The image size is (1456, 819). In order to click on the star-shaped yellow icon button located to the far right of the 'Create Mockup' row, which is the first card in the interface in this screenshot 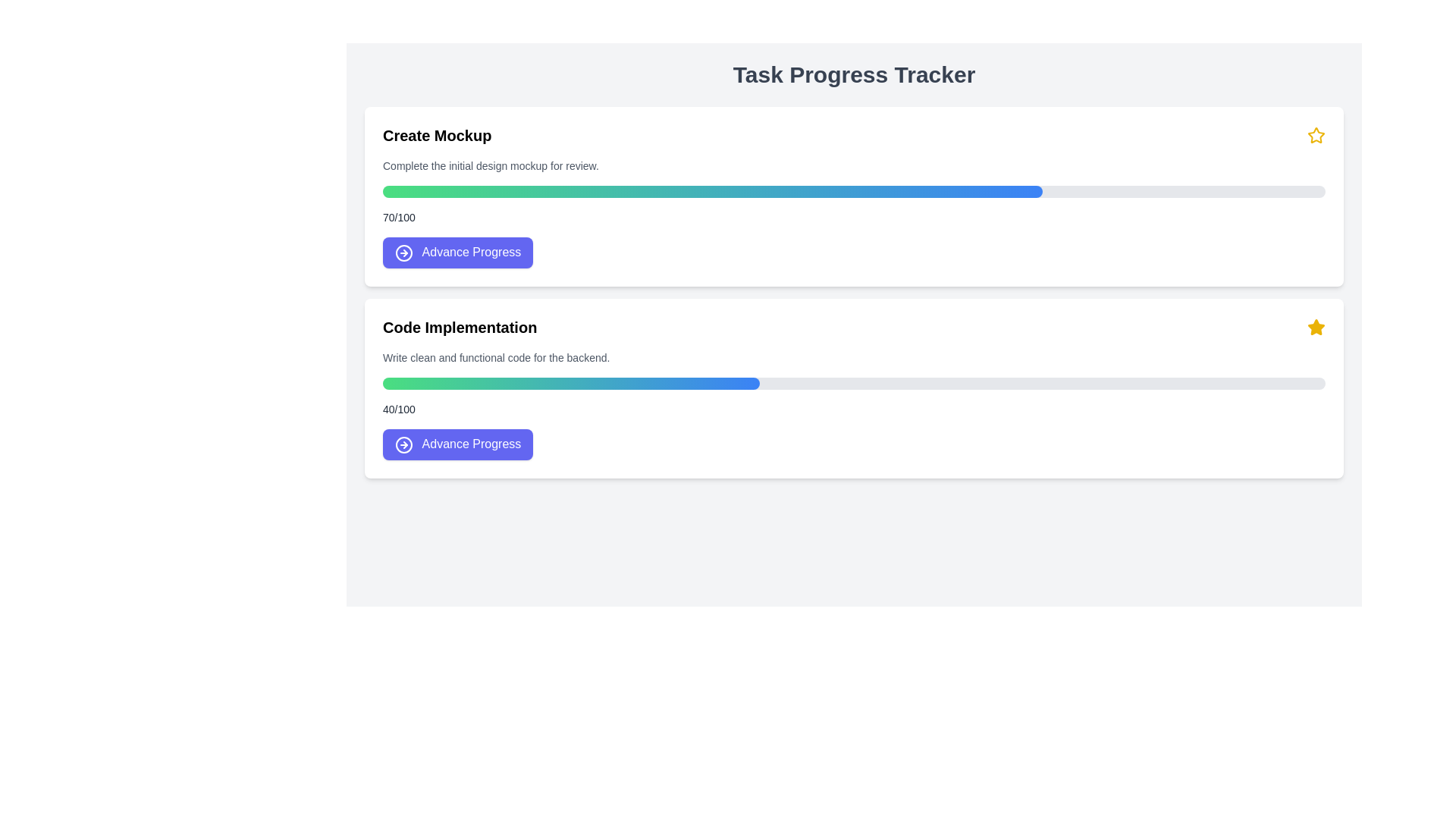, I will do `click(1316, 134)`.